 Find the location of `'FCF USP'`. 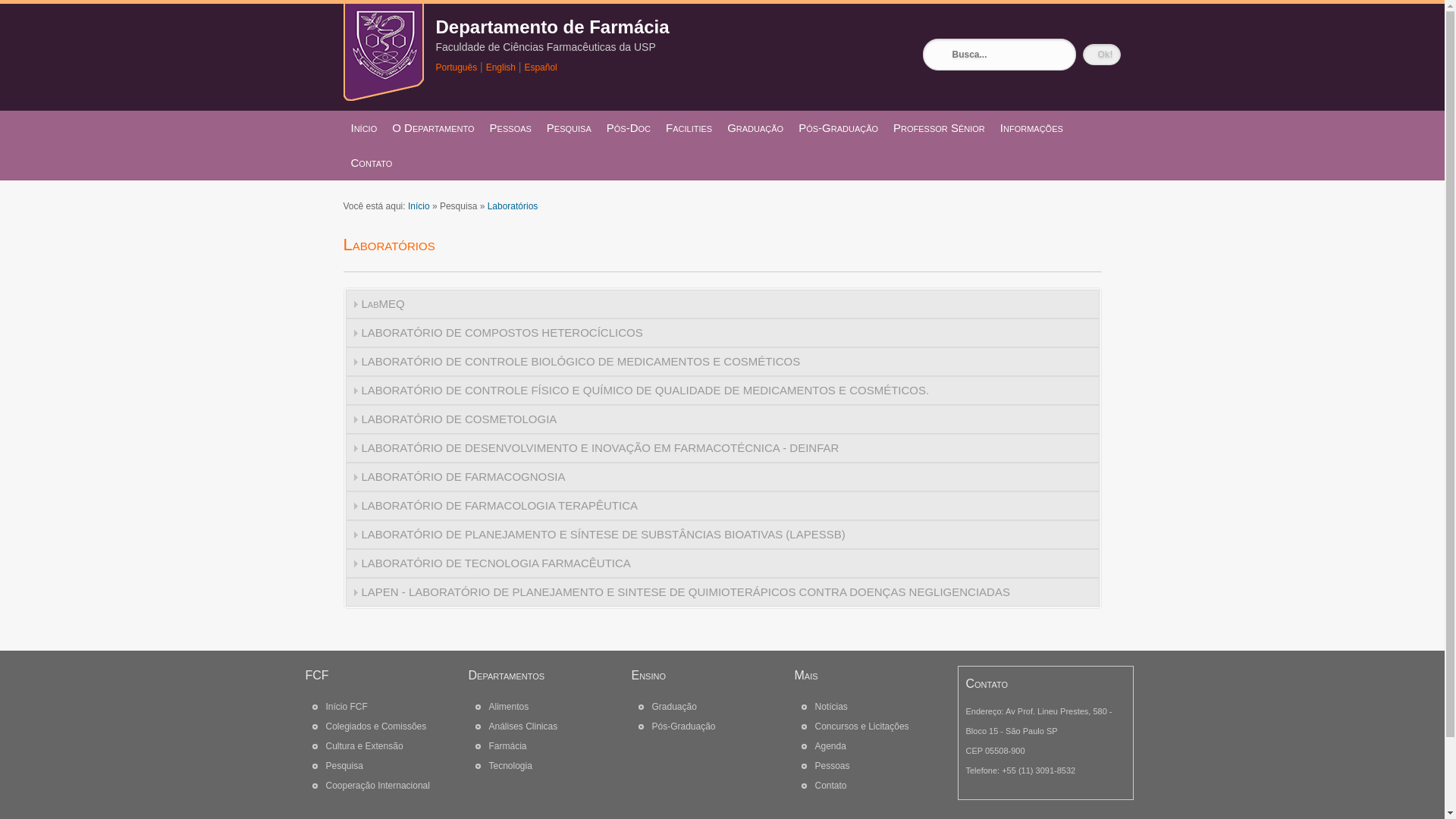

'FCF USP' is located at coordinates (382, 96).